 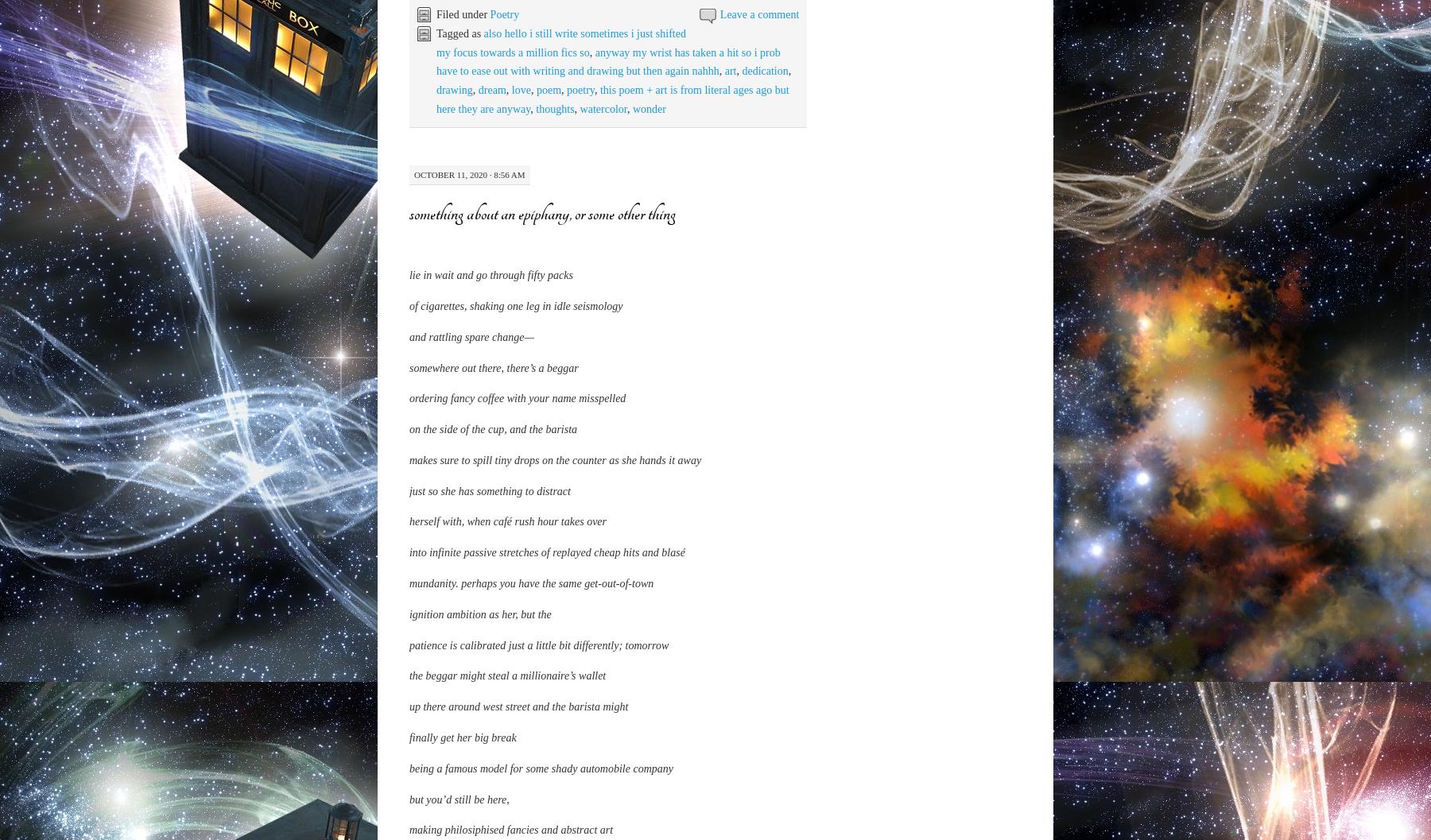 What do you see at coordinates (504, 14) in the screenshot?
I see `'Poetry'` at bounding box center [504, 14].